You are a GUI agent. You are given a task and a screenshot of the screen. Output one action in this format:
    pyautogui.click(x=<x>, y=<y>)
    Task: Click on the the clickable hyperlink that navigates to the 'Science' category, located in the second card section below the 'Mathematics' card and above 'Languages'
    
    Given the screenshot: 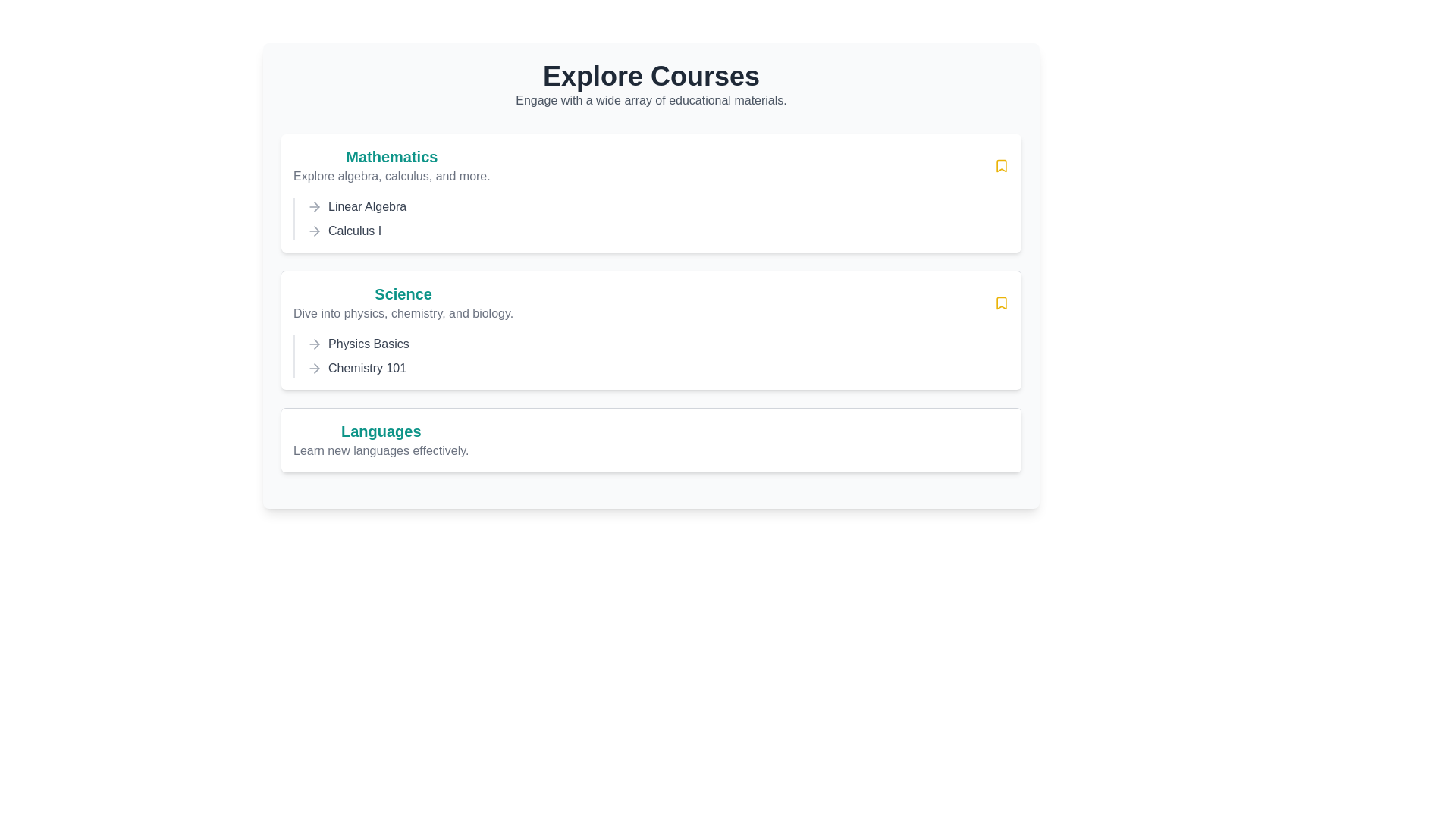 What is the action you would take?
    pyautogui.click(x=403, y=294)
    